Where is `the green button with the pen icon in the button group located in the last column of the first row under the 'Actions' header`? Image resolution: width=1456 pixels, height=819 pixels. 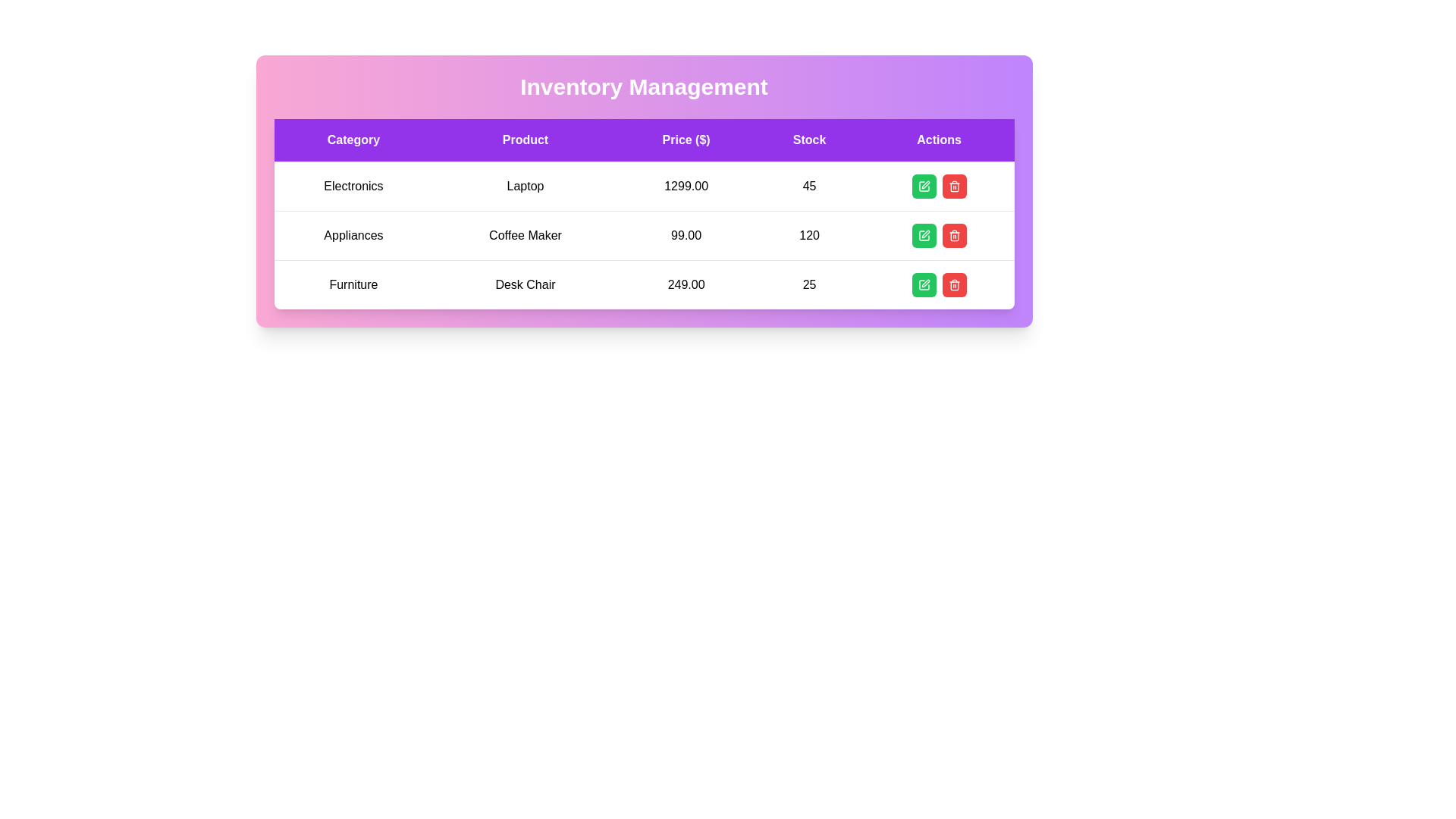 the green button with the pen icon in the button group located in the last column of the first row under the 'Actions' header is located at coordinates (938, 186).